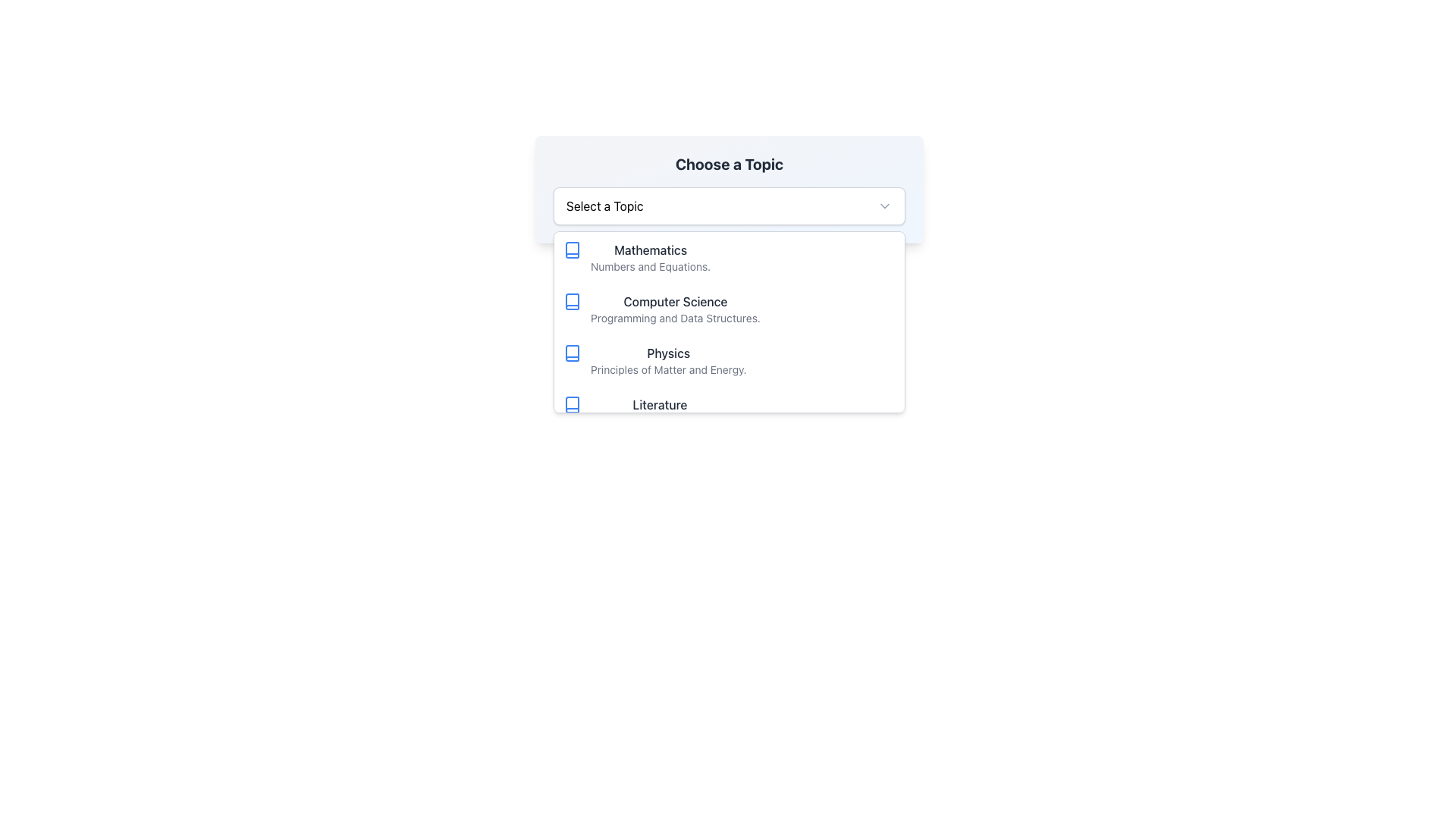 The image size is (1456, 819). I want to click on the text label for the second option in the dropdown titled 'Choose a Topic', which is the first line of text for 'Programming and Data Structures', so click(675, 301).